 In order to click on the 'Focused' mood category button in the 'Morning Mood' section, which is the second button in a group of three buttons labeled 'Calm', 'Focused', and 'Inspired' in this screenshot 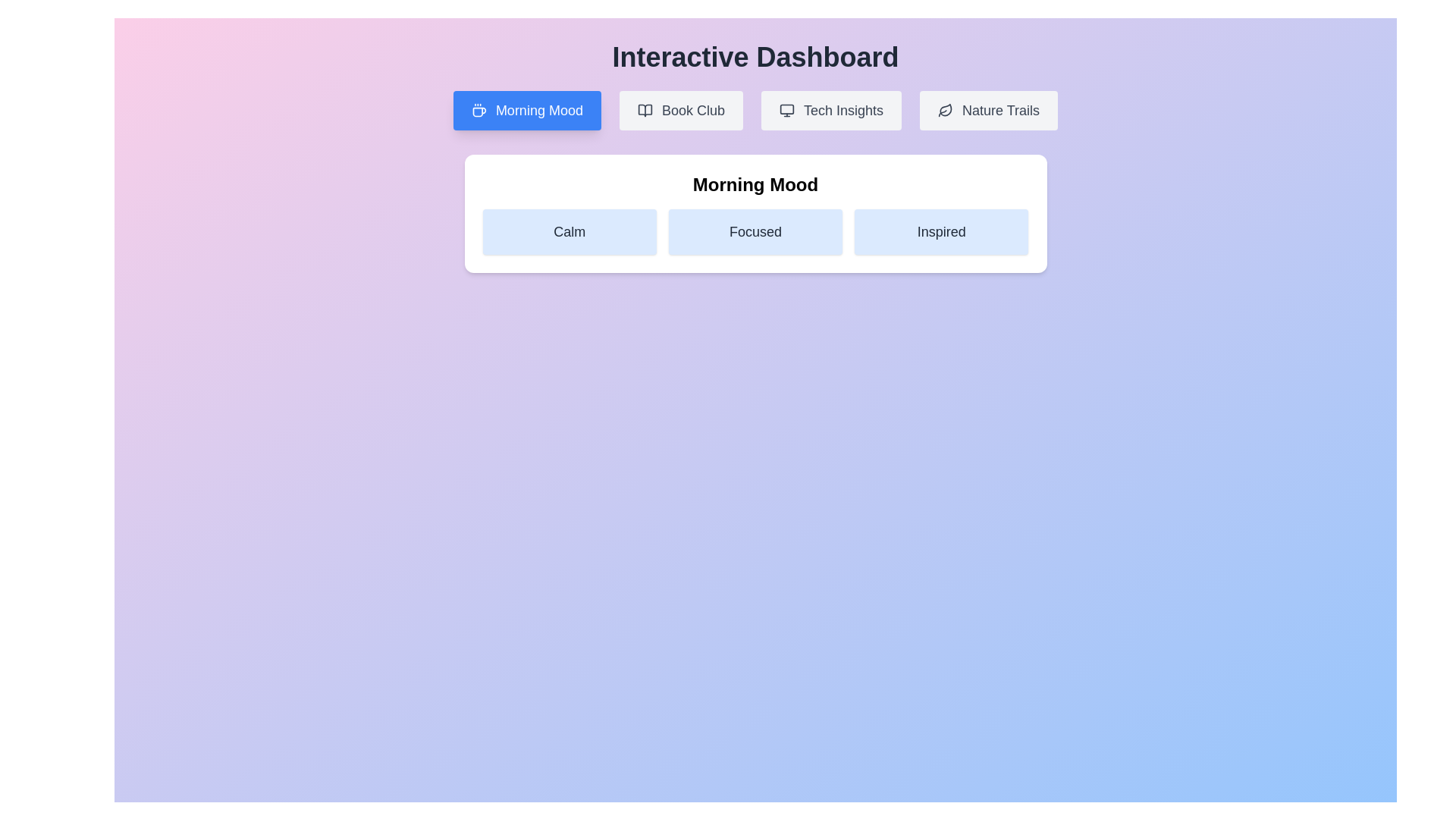, I will do `click(755, 231)`.